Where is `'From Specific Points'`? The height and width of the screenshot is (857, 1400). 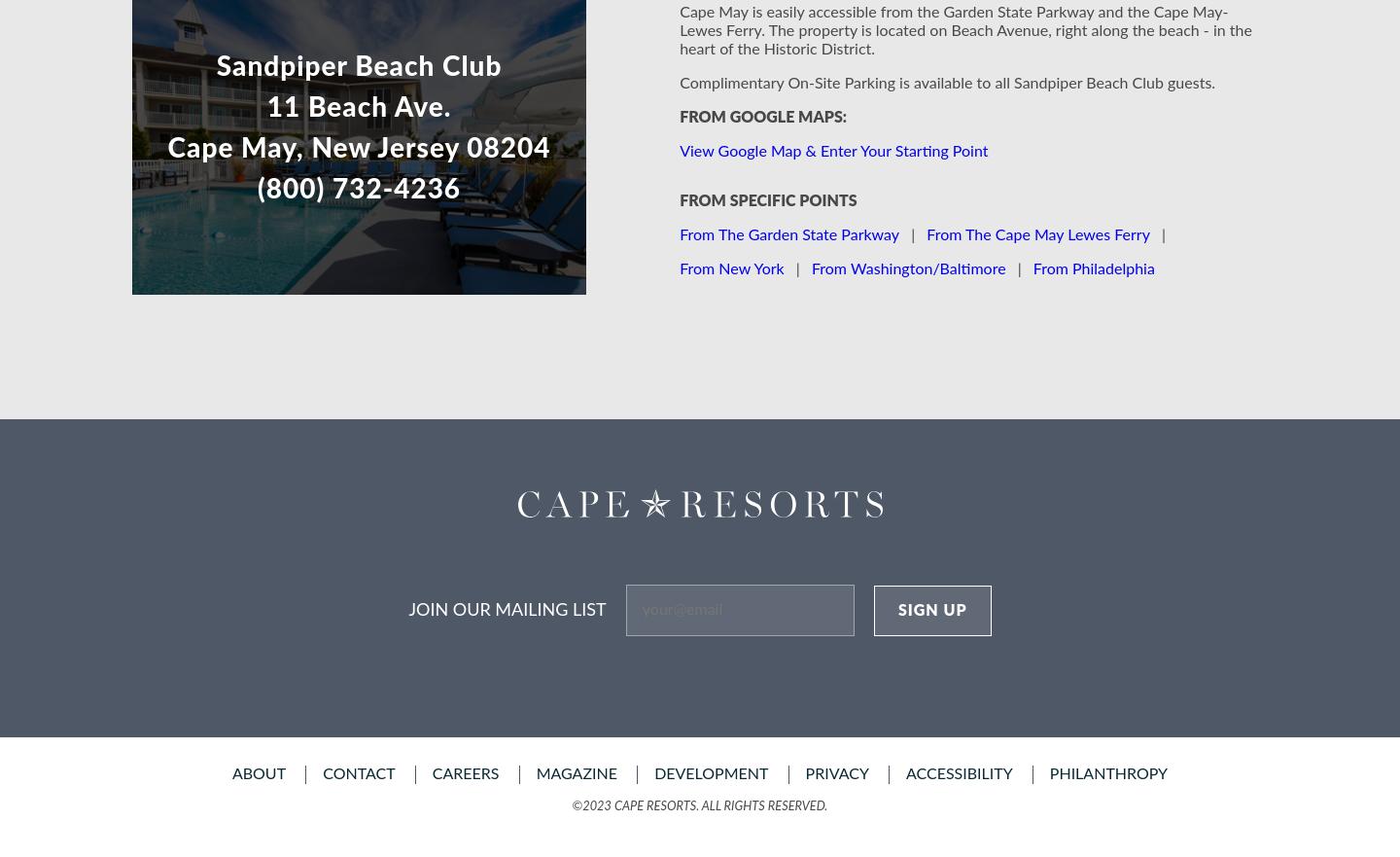
'From Specific Points' is located at coordinates (767, 200).